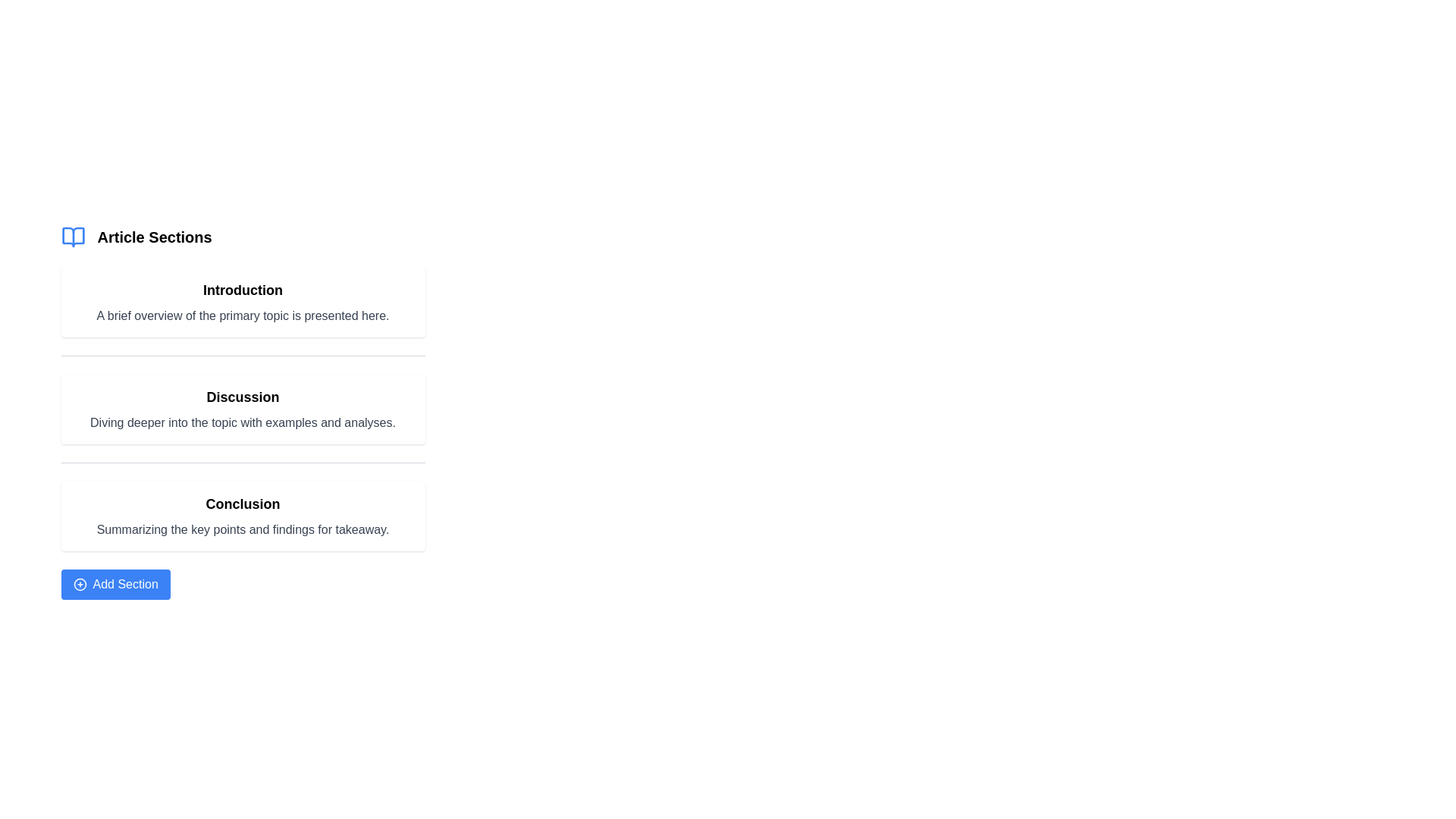 The image size is (1456, 819). What do you see at coordinates (115, 584) in the screenshot?
I see `the 'Add Section' button, which is a rectangular button with rounded corners, blue background, and white text located near the bottom of the UI` at bounding box center [115, 584].